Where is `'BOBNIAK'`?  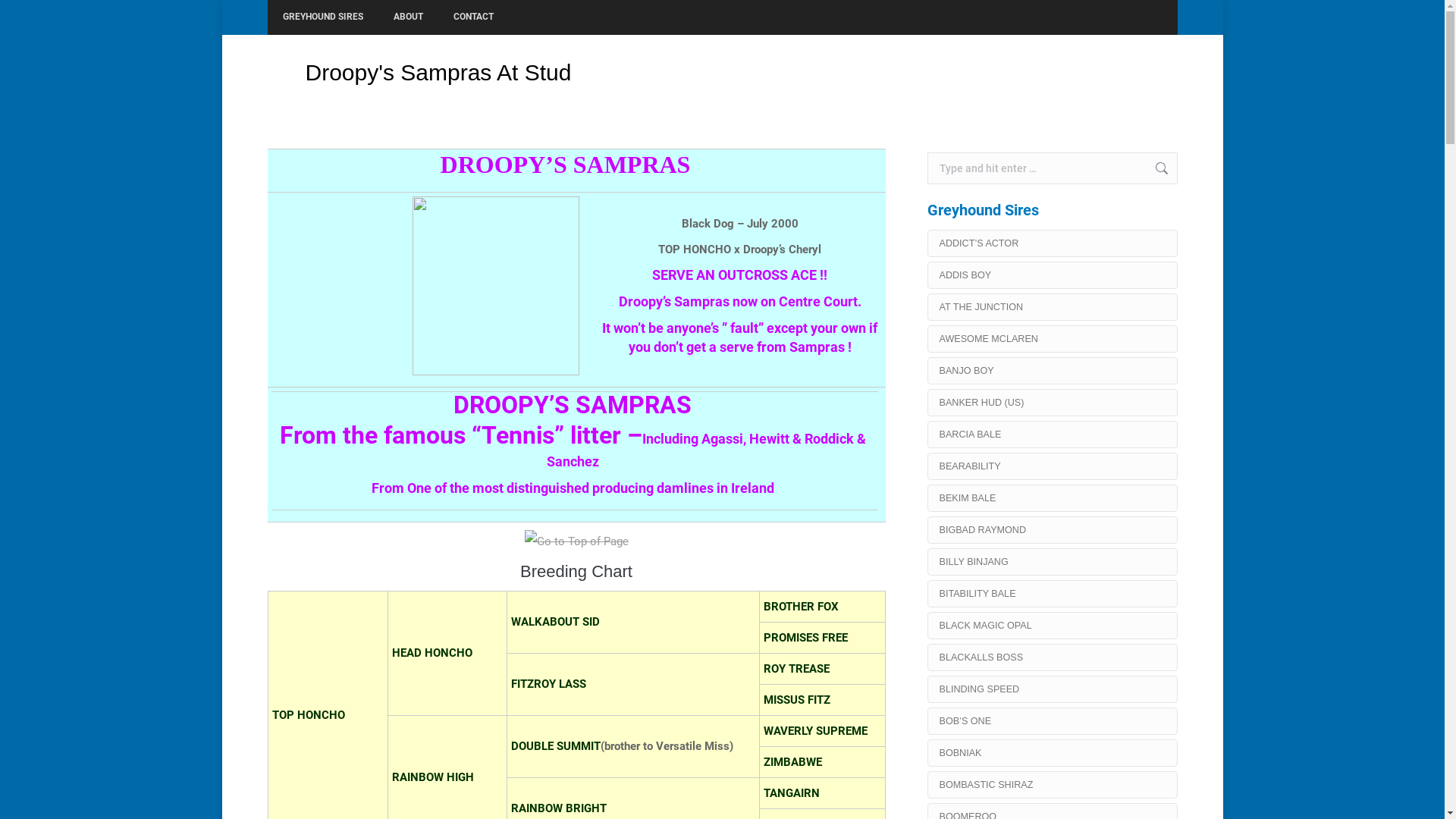 'BOBNIAK' is located at coordinates (1051, 752).